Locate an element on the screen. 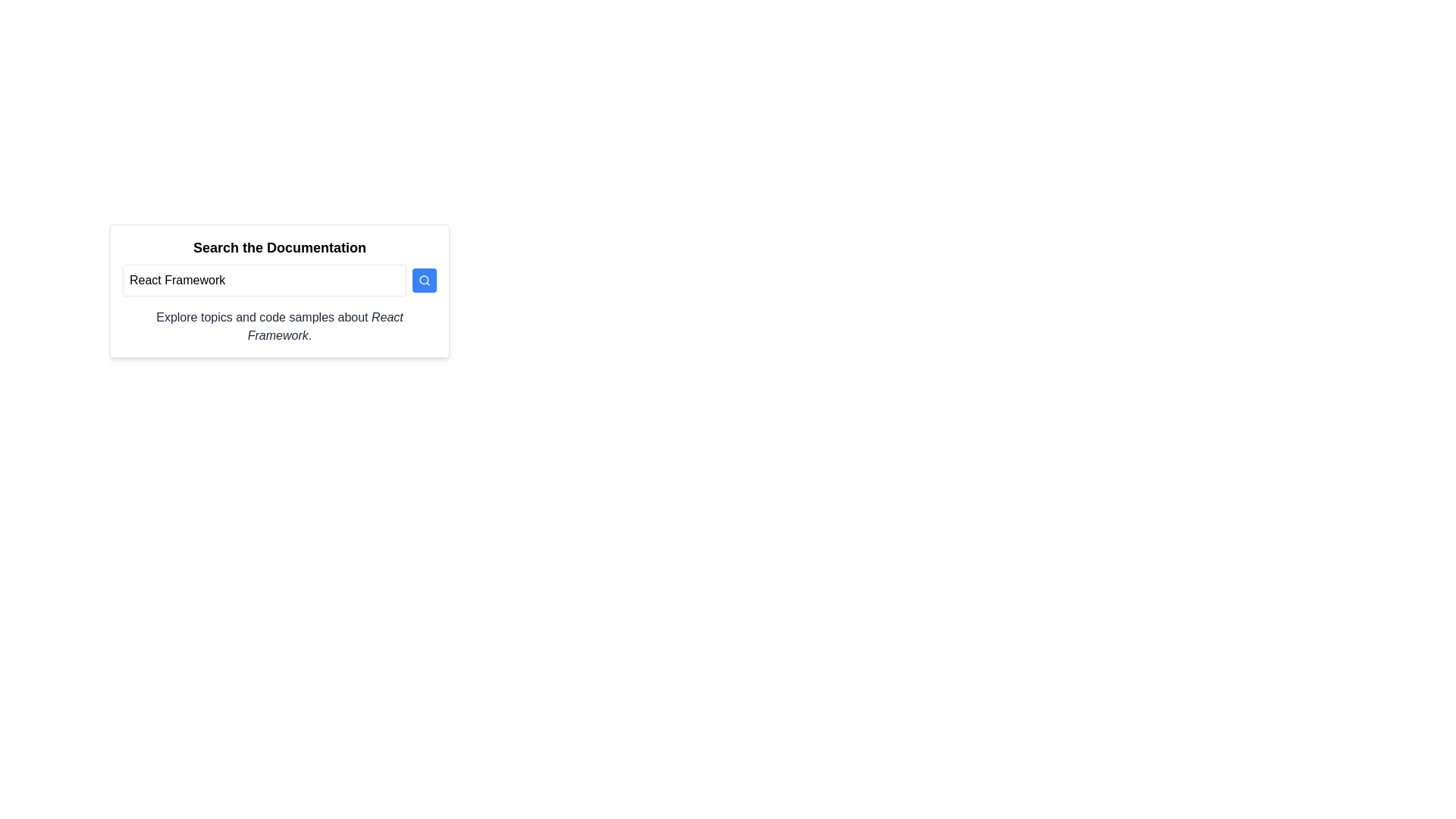  the small search icon, represented with a magnifying glass symbol, located in the center right area of the interactive button within the input search section is located at coordinates (425, 281).